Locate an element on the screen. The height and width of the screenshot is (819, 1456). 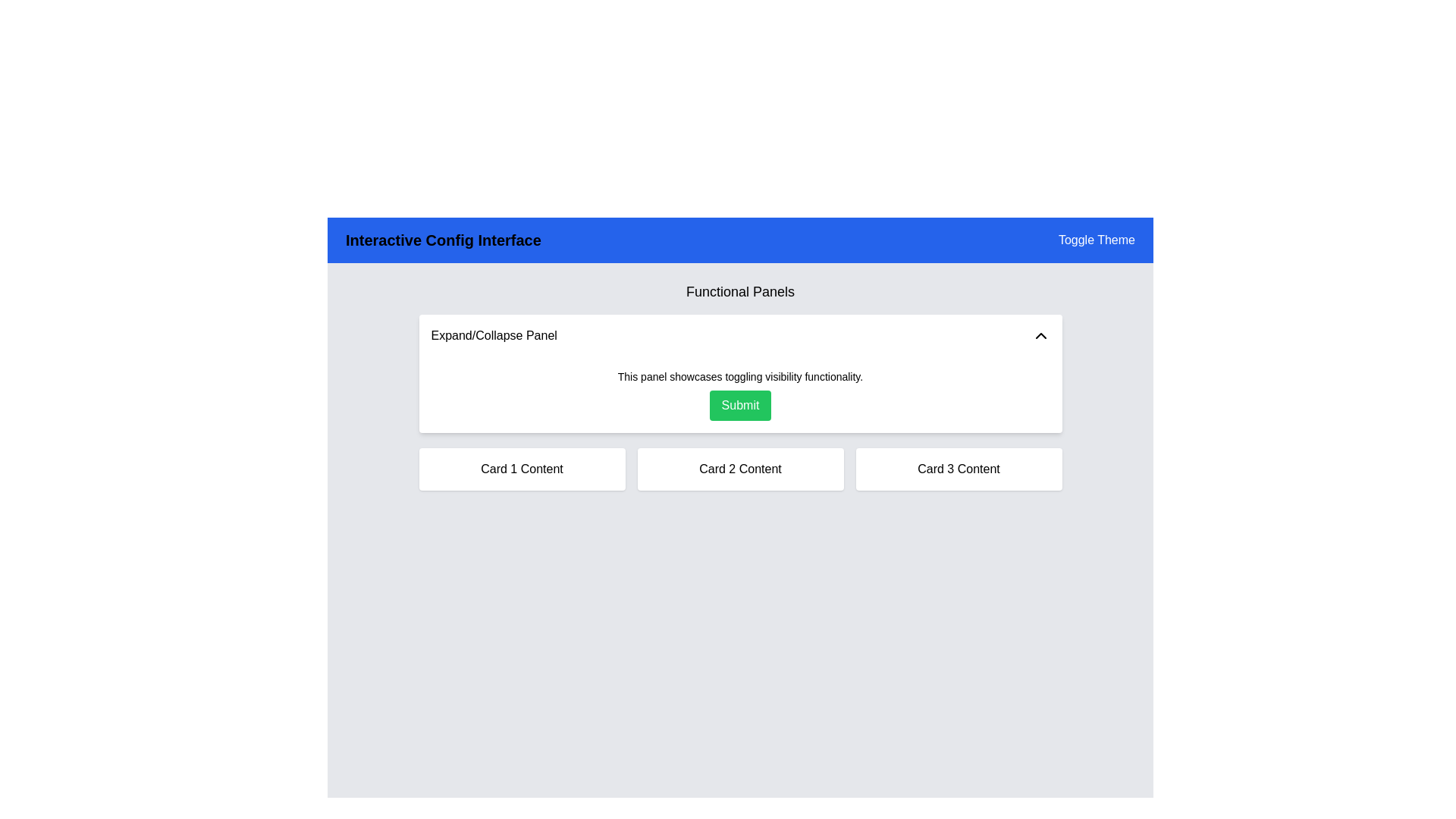
the button in the top-right corner of the header section, which toggles between different themes of the interface, to switch the theme is located at coordinates (1097, 239).